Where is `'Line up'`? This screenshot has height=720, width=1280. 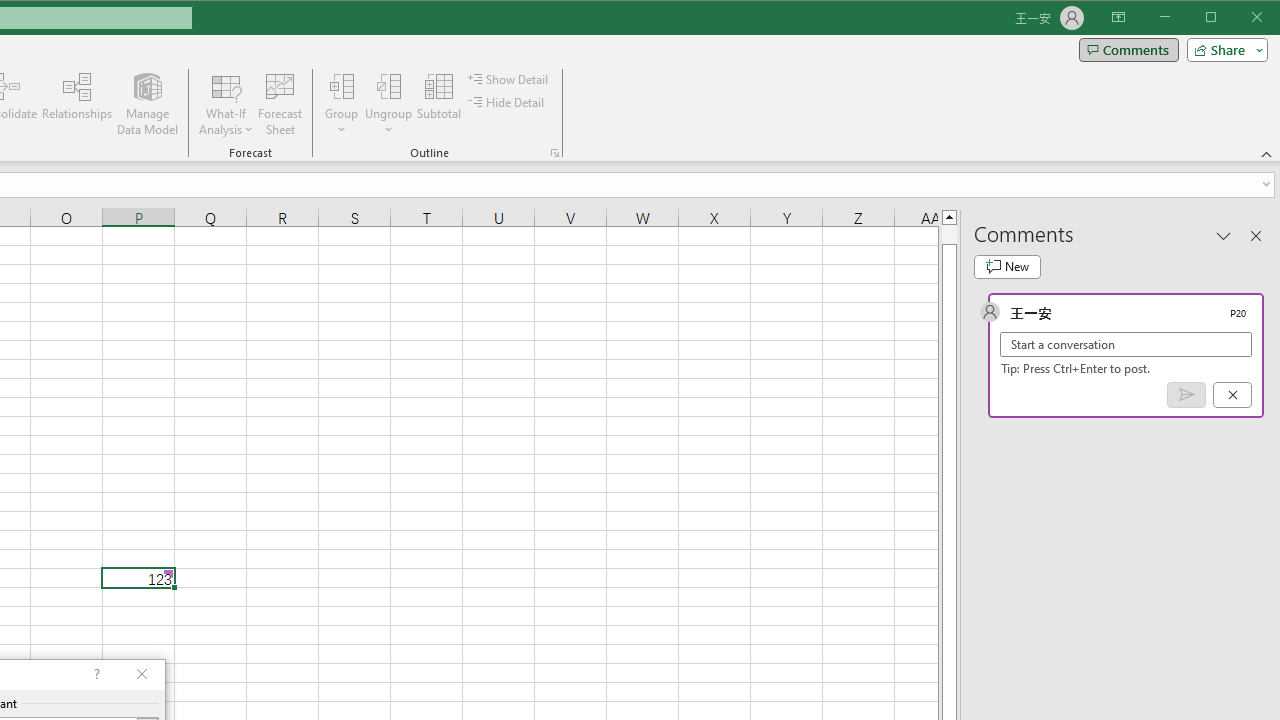
'Line up' is located at coordinates (948, 216).